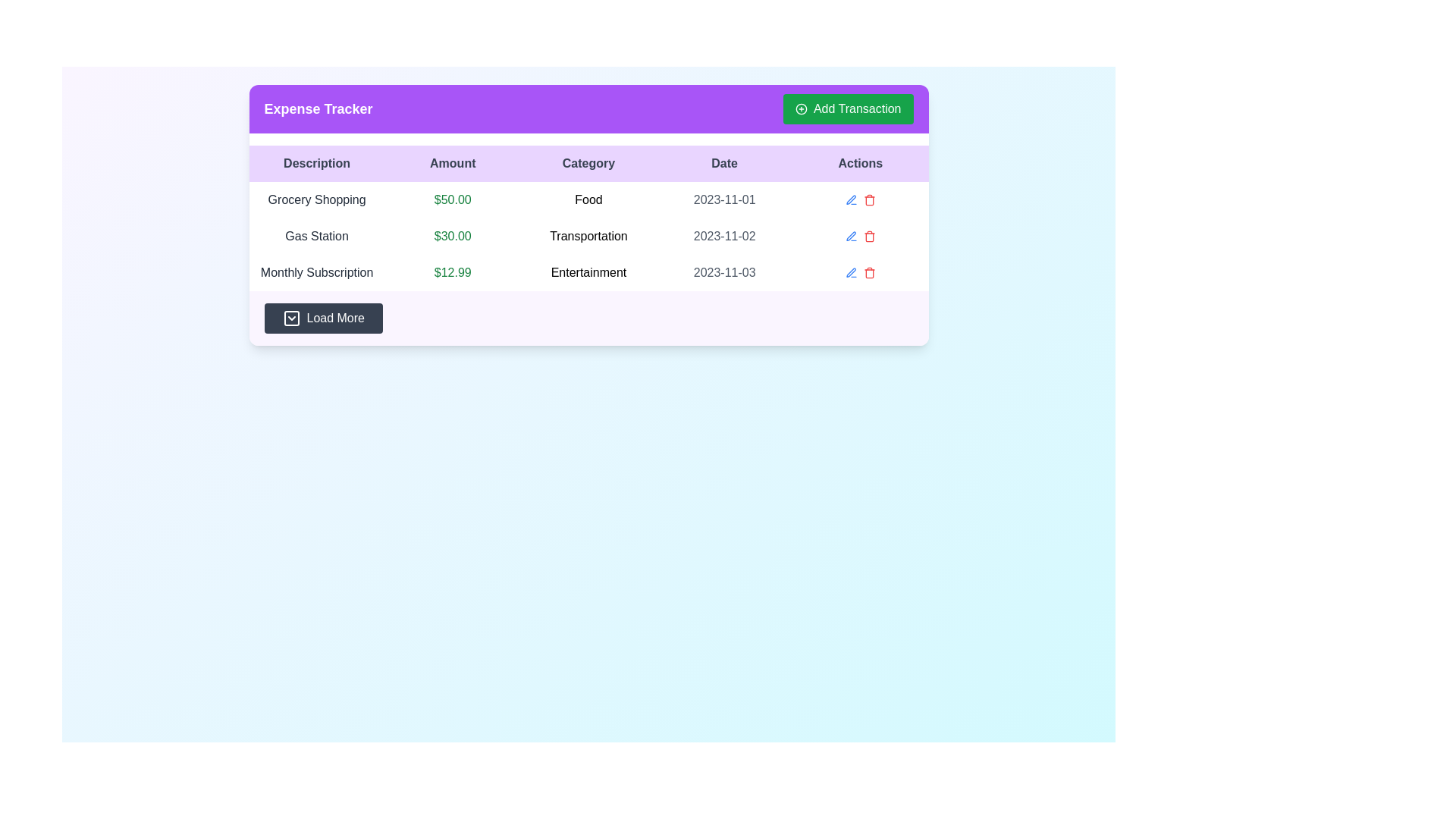 The width and height of the screenshot is (1456, 819). What do you see at coordinates (452, 199) in the screenshot?
I see `the green-colored static text displaying '$50.00' in the 'Amount' column of the first row for the 'Grocery Shopping' entry` at bounding box center [452, 199].